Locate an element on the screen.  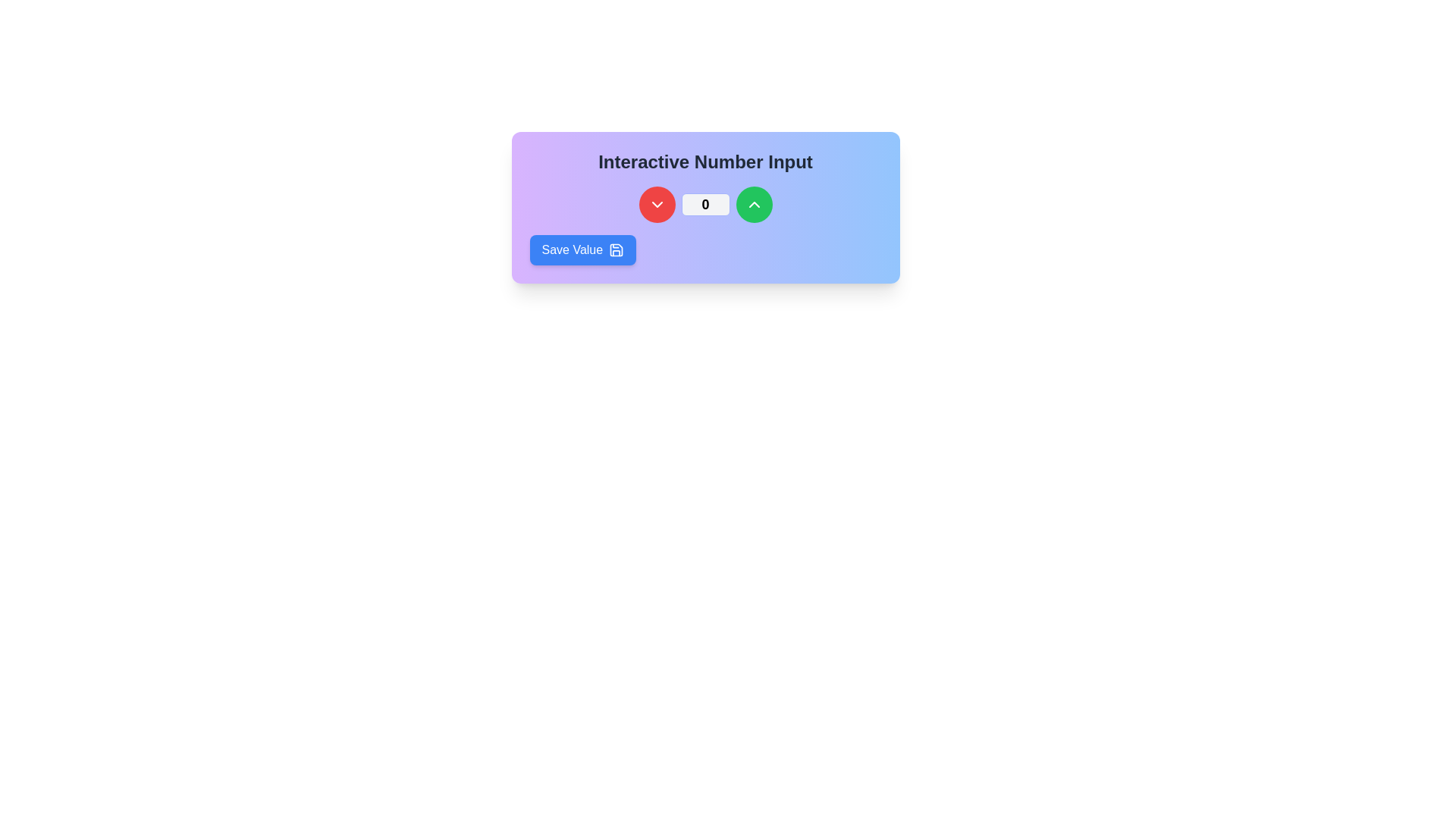
the decrease icon embedded in the red circular button to the left of the number input field is located at coordinates (657, 205).